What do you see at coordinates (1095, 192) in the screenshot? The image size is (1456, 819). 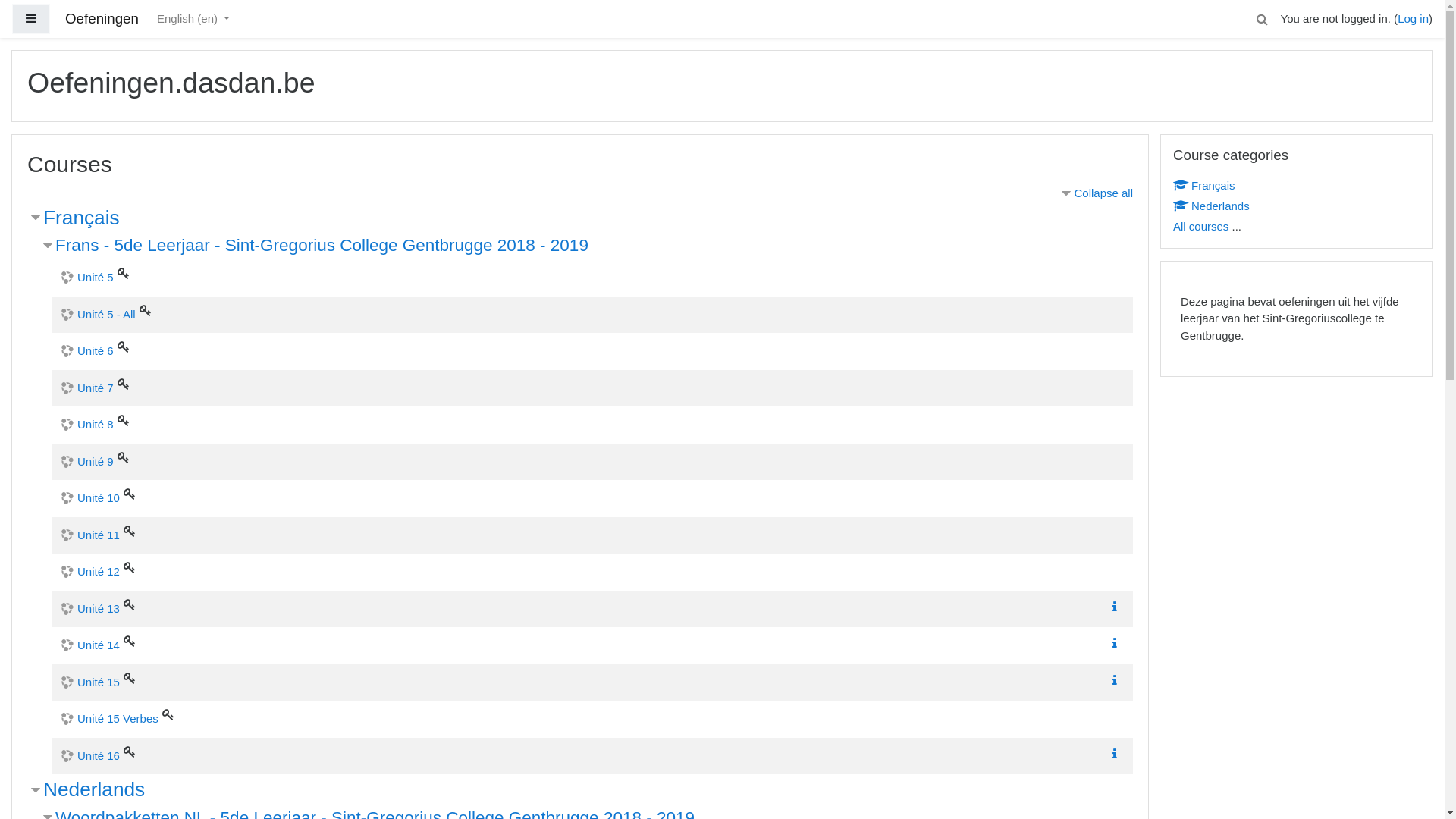 I see `'Collapse all'` at bounding box center [1095, 192].